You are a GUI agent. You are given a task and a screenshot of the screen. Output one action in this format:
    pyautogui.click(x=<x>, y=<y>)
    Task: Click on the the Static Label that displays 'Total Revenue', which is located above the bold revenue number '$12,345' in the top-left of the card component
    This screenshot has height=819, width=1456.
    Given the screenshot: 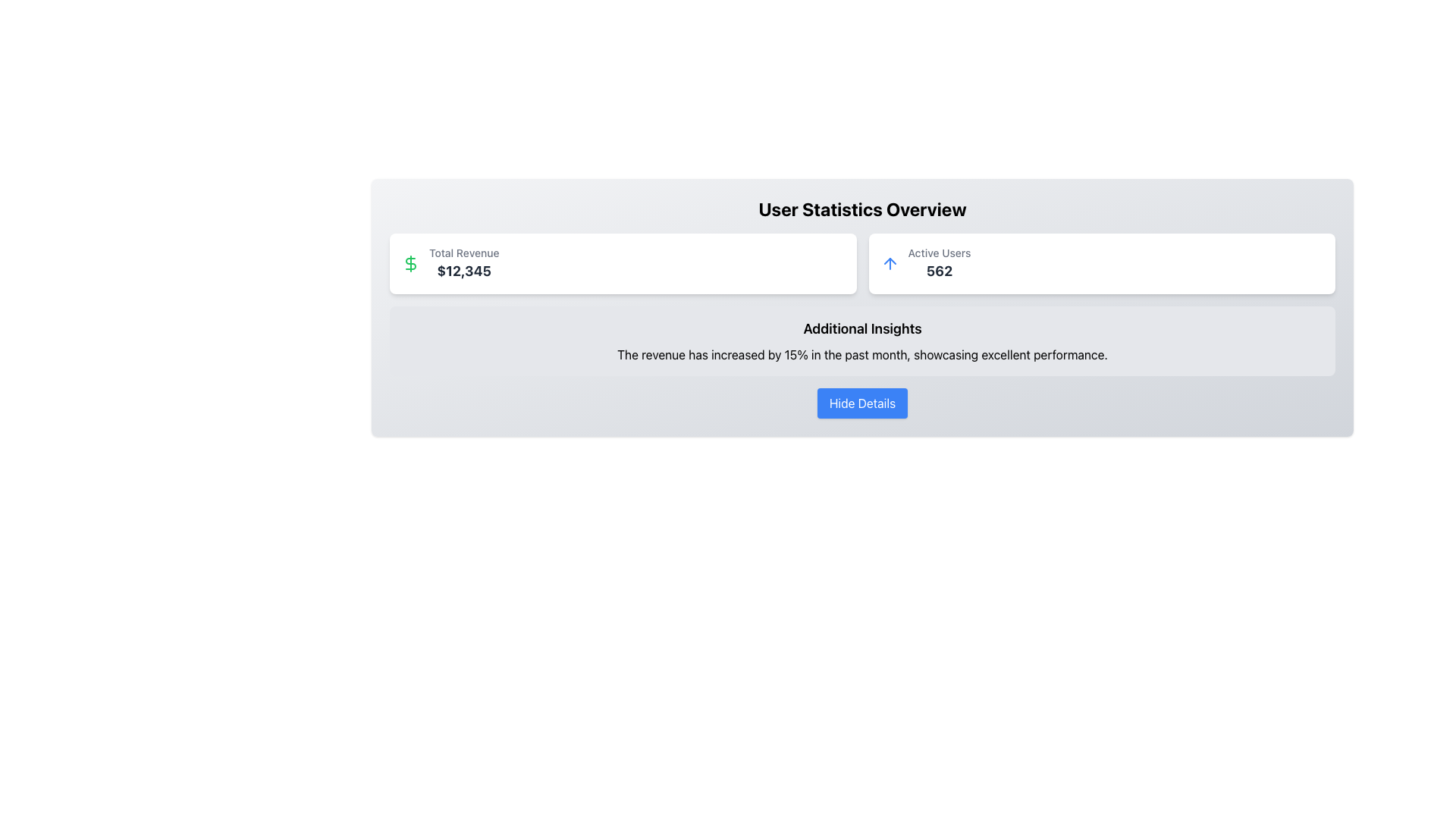 What is the action you would take?
    pyautogui.click(x=463, y=253)
    